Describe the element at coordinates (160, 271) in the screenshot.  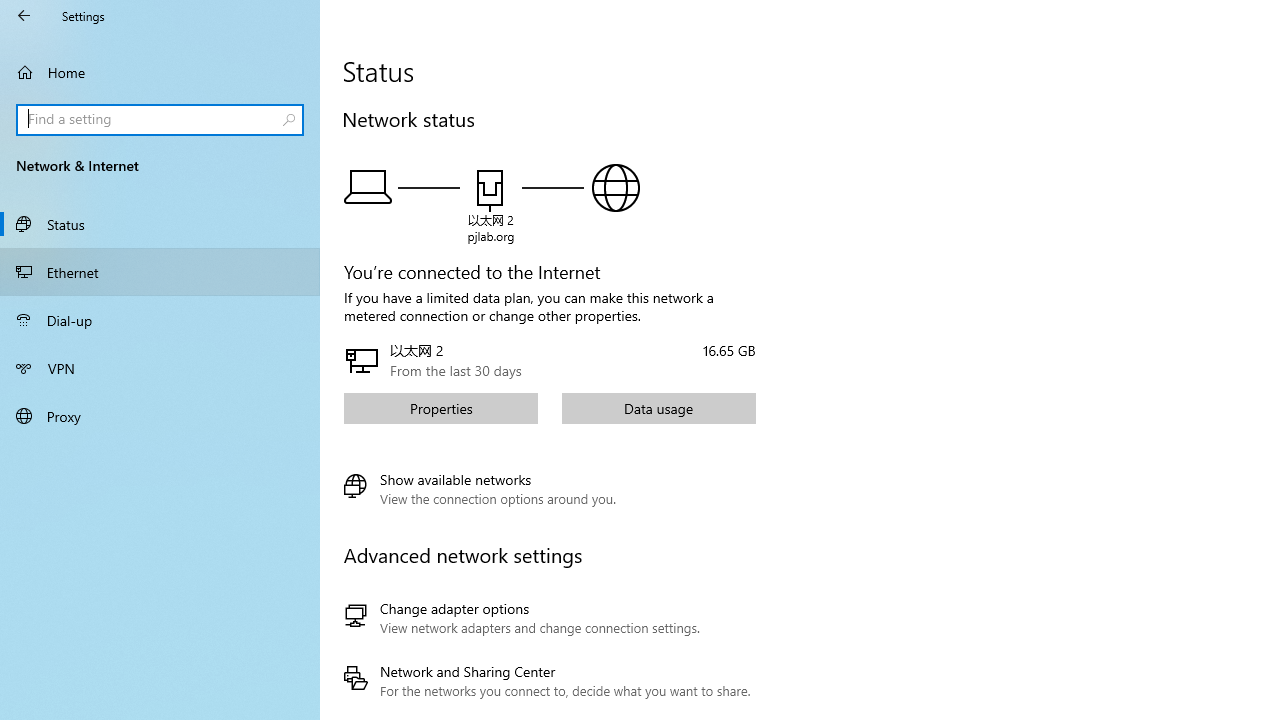
I see `'Ethernet'` at that location.